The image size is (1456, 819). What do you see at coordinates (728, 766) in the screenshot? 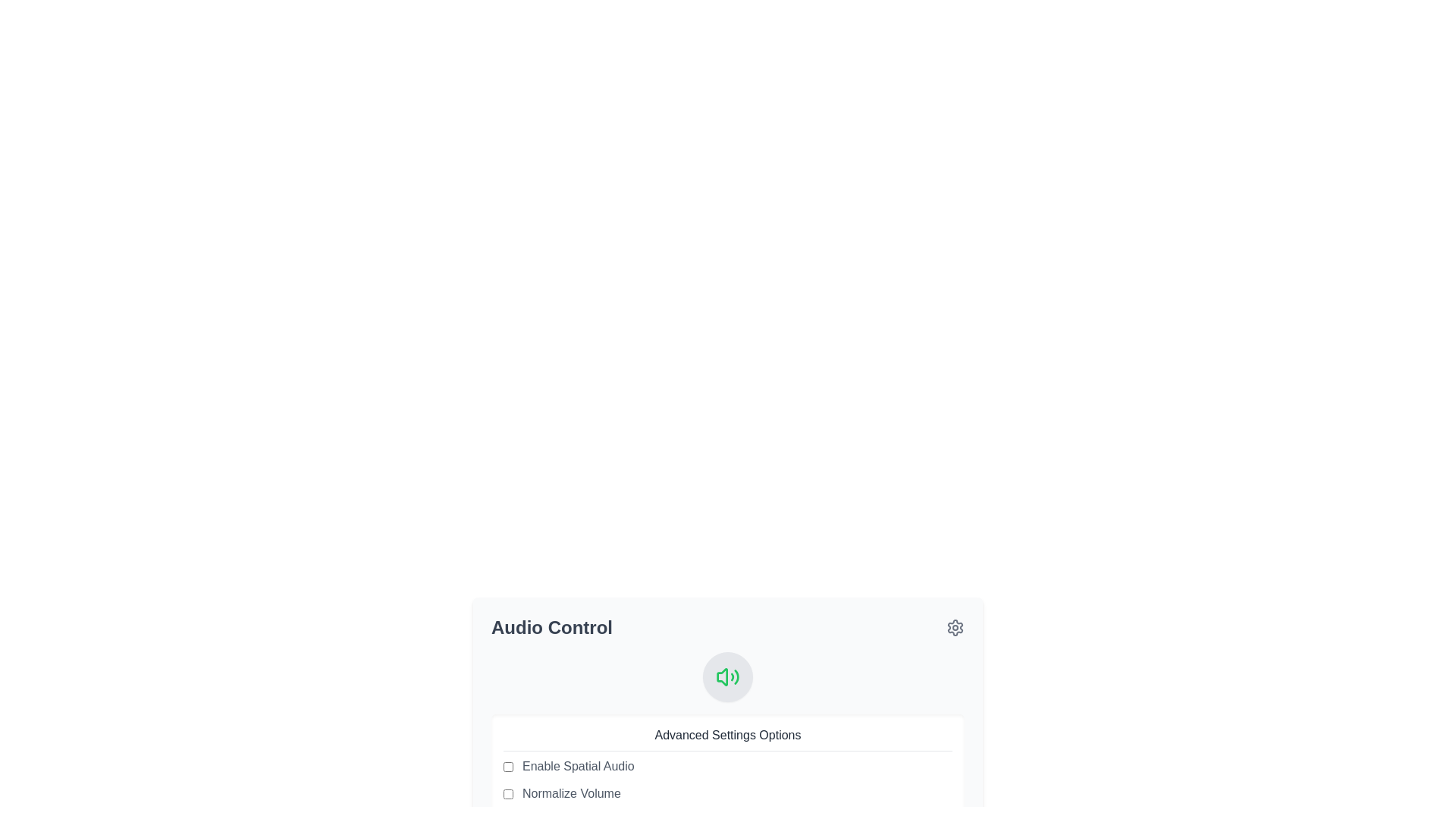
I see `the checkbox labeled 'Enable Spatial Audio'` at bounding box center [728, 766].